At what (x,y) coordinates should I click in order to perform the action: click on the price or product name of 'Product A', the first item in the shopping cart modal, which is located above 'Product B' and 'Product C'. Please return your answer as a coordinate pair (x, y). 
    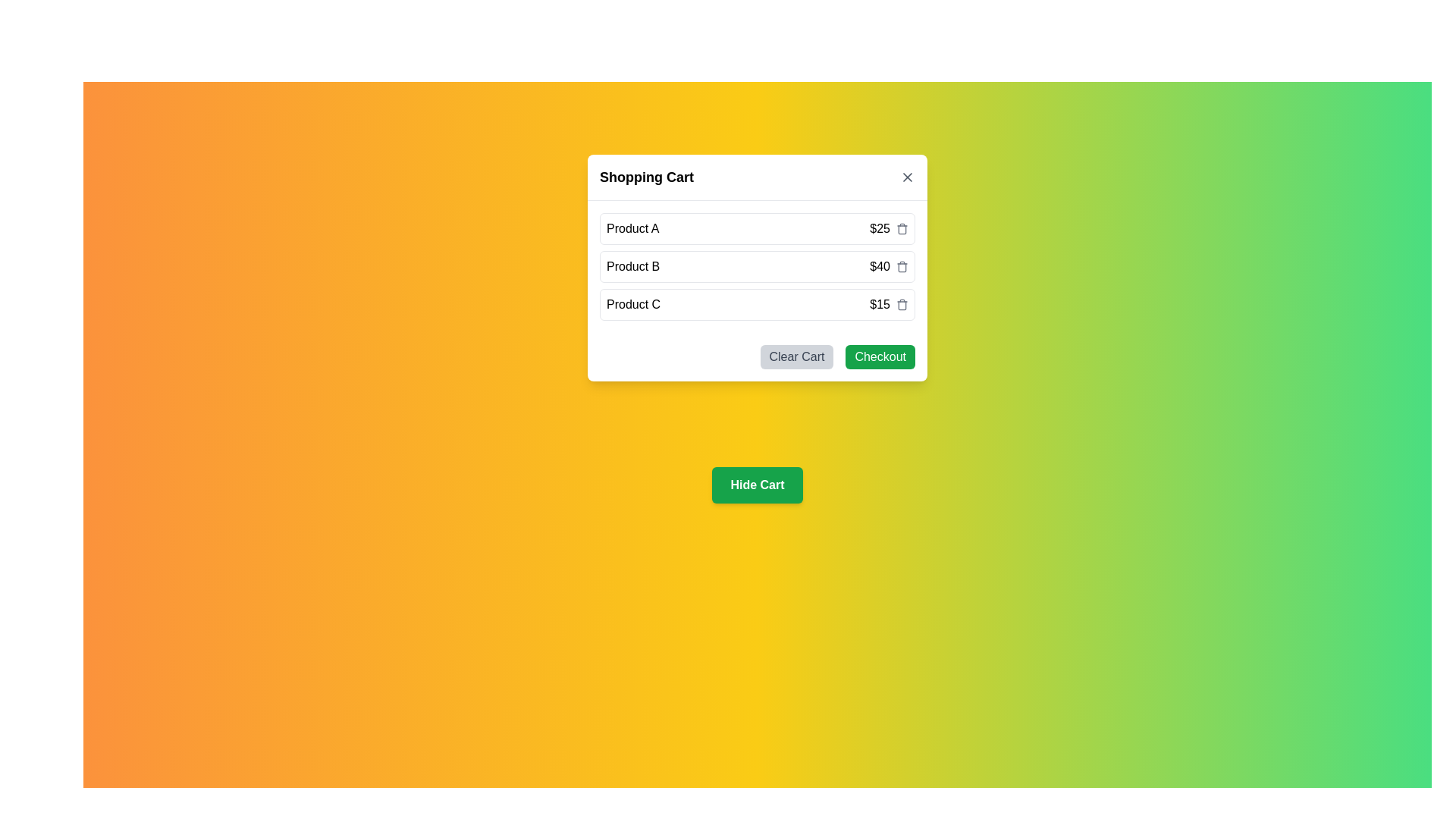
    Looking at the image, I should click on (757, 228).